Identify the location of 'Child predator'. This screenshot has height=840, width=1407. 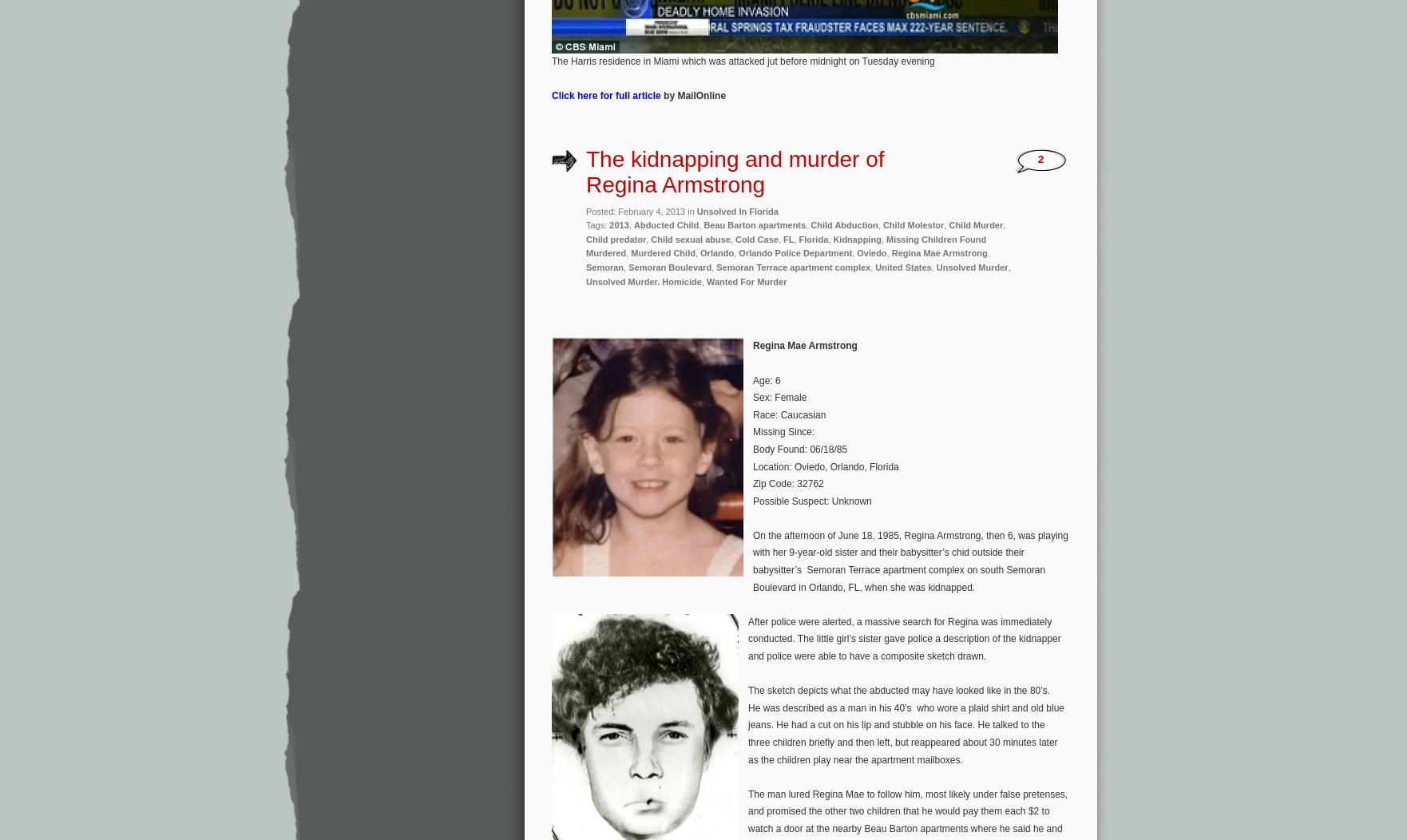
(615, 238).